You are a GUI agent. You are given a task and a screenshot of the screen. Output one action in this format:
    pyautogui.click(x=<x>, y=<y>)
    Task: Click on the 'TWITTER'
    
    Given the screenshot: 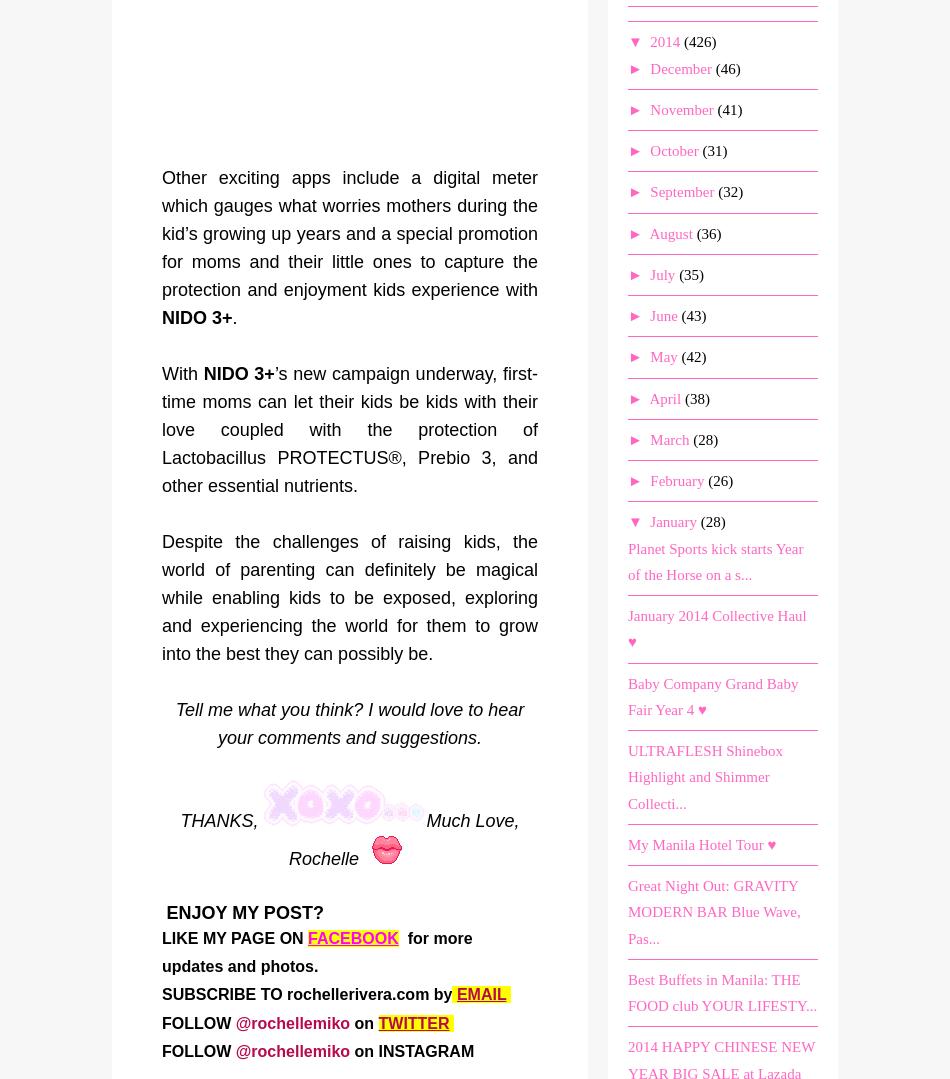 What is the action you would take?
    pyautogui.click(x=412, y=1023)
    